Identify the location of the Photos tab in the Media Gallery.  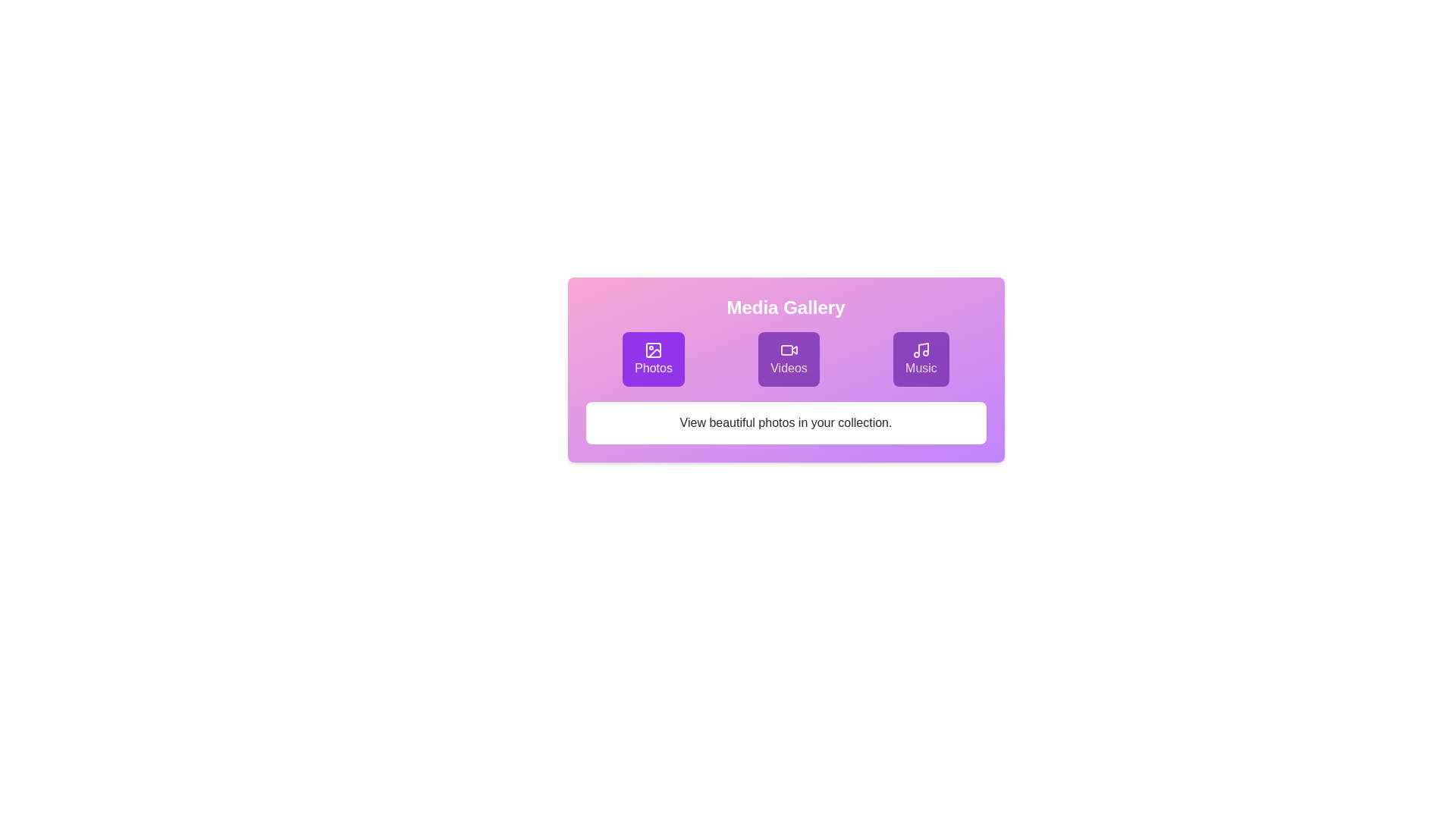
(654, 359).